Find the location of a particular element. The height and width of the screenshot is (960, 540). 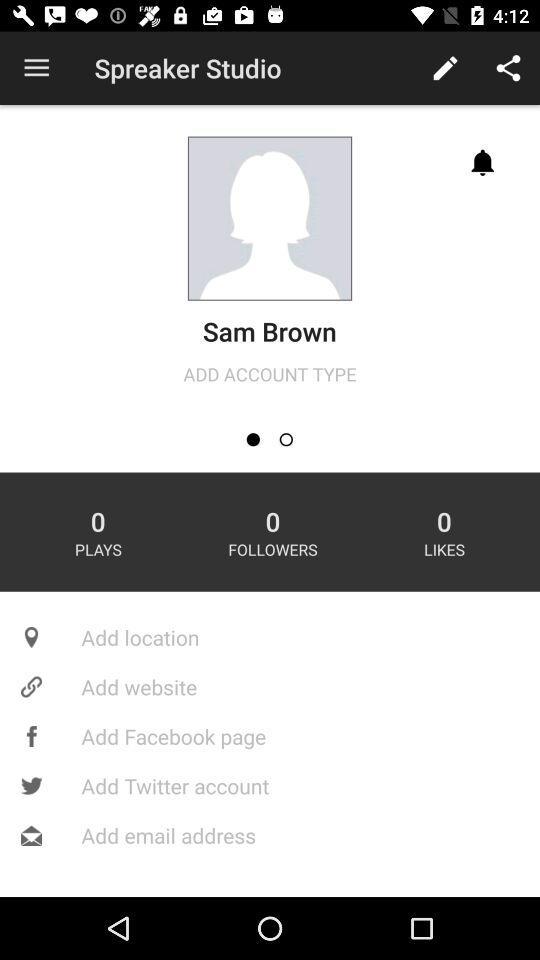

add facebook page item is located at coordinates (270, 735).